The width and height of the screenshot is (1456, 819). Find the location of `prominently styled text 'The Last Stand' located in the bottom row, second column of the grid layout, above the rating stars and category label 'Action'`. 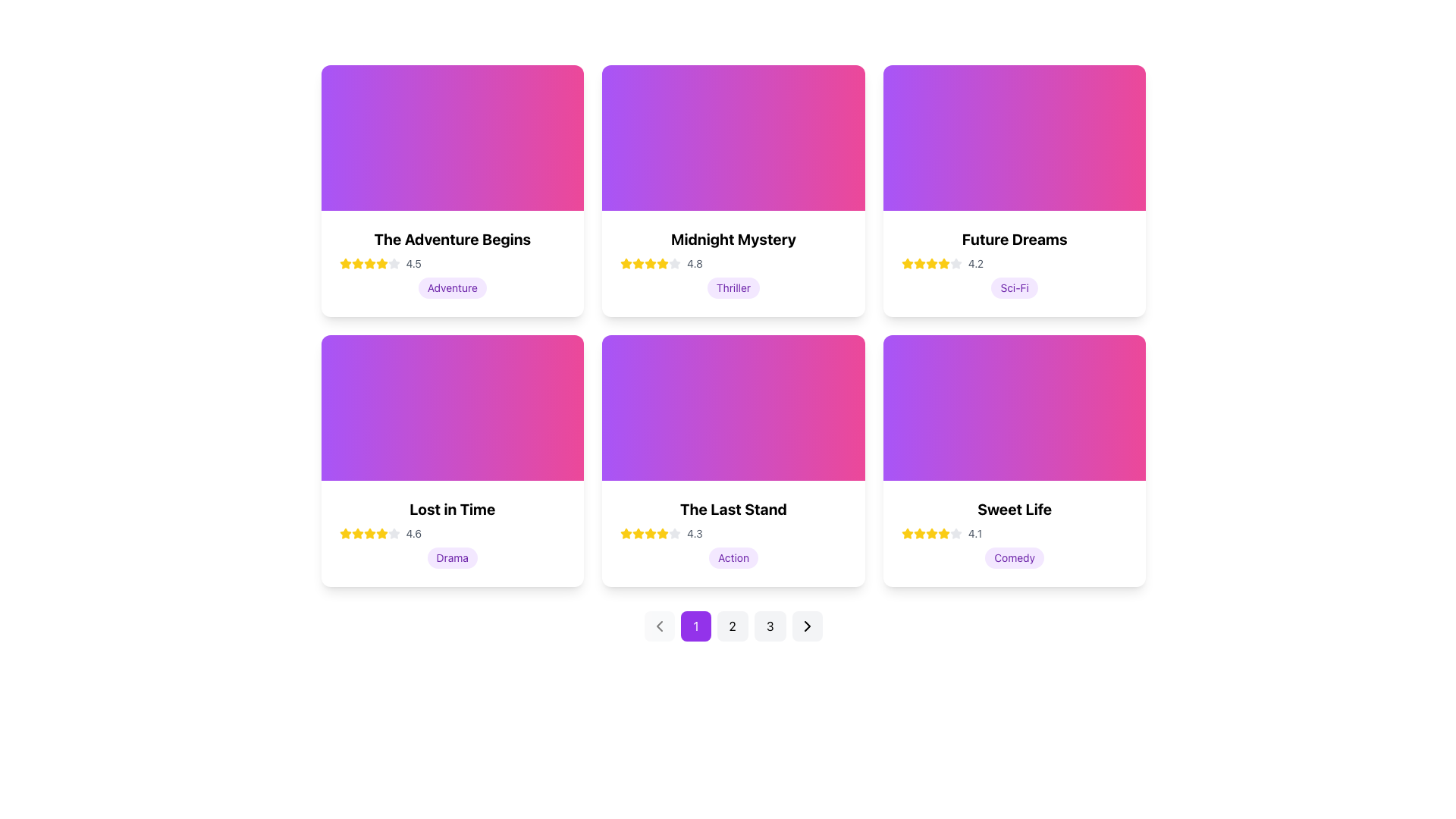

prominently styled text 'The Last Stand' located in the bottom row, second column of the grid layout, above the rating stars and category label 'Action' is located at coordinates (733, 509).